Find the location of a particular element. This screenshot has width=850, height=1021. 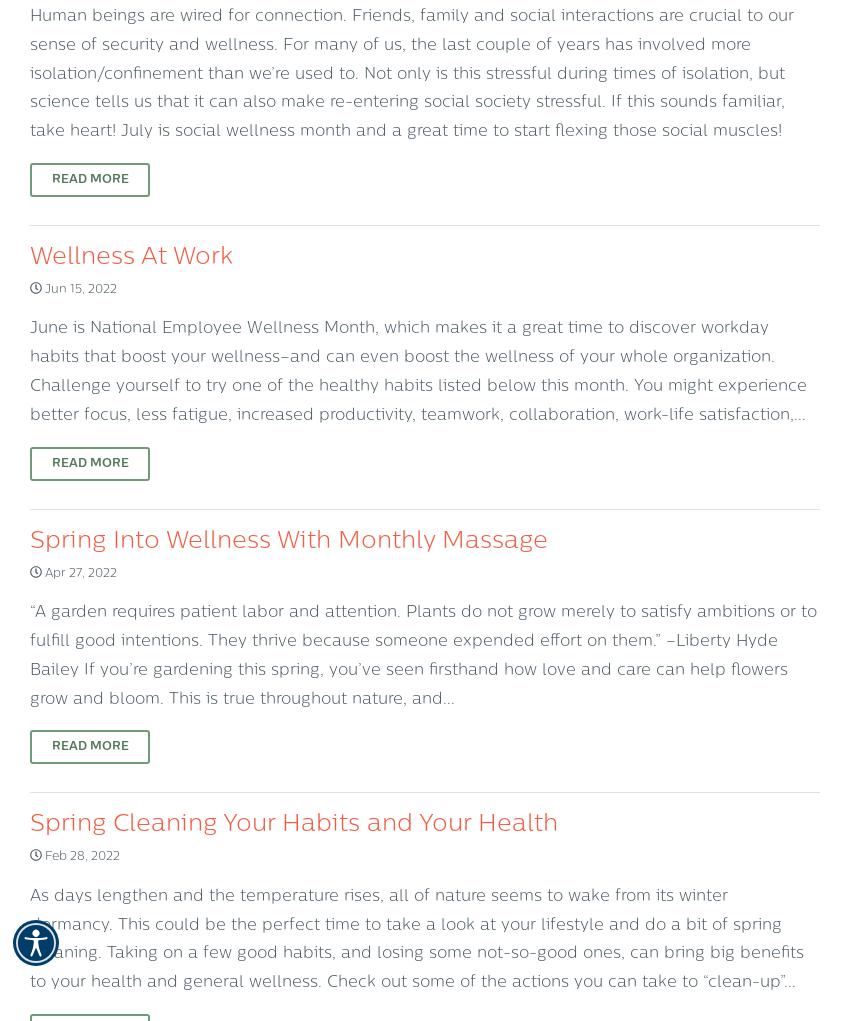

'As days lengthen and the temperature rises, all of nature seems to wake from its winter dormancy. This could be the perfect time to take a look at your lifestyle and do a bit of spring cleaning. Taking on a few good habits, and losing some not-so-good ones, can bring big benefits to your health and general wellness. Check out some of the actions you can take to “clean-up”...' is located at coordinates (417, 939).